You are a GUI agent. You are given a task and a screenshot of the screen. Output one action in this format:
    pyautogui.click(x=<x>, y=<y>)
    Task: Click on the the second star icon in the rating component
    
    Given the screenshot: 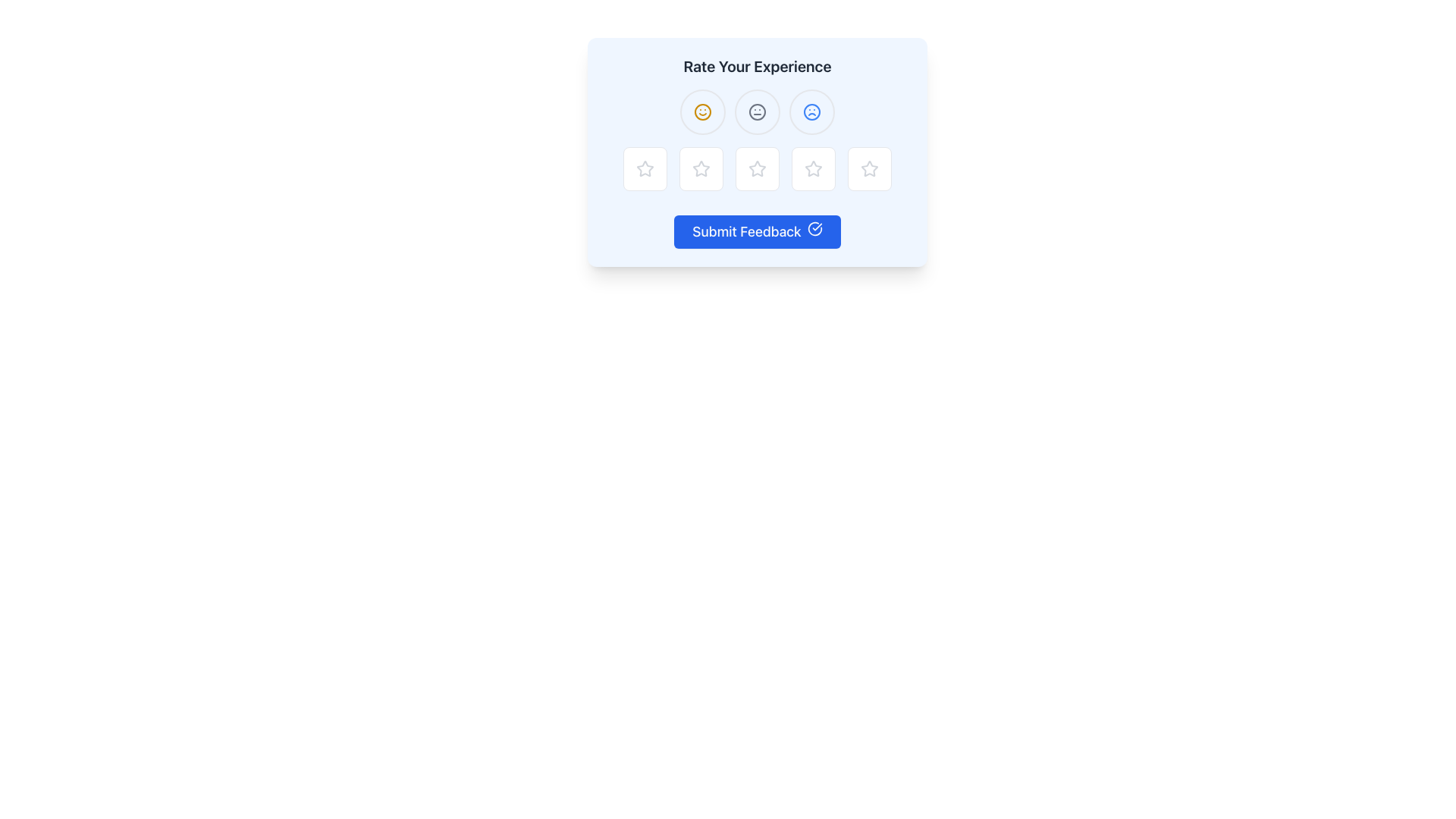 What is the action you would take?
    pyautogui.click(x=701, y=169)
    